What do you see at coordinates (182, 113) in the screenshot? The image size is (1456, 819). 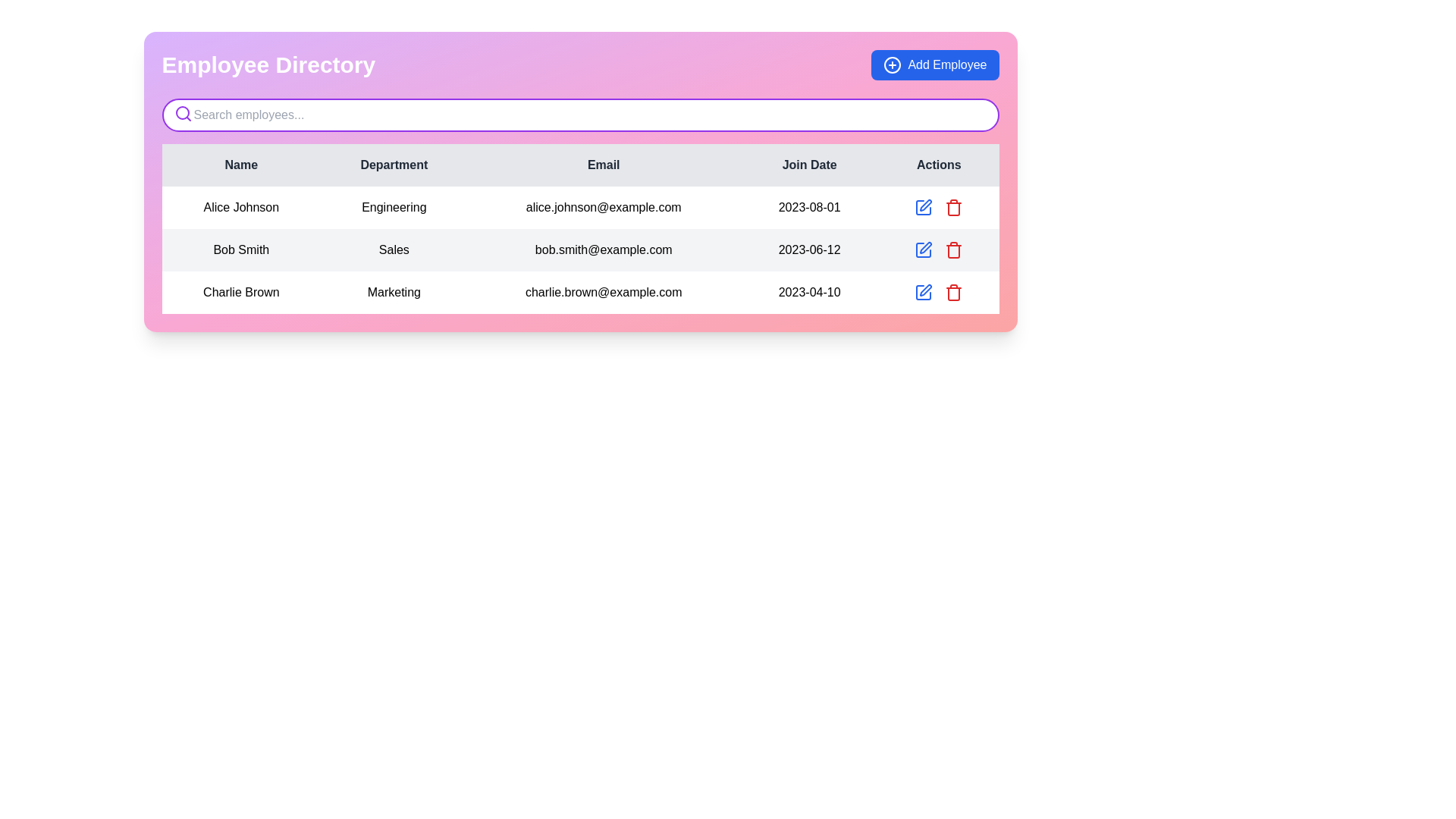 I see `the search icon, which is styled as a magnifying glass and located to the left of the employee search input field` at bounding box center [182, 113].